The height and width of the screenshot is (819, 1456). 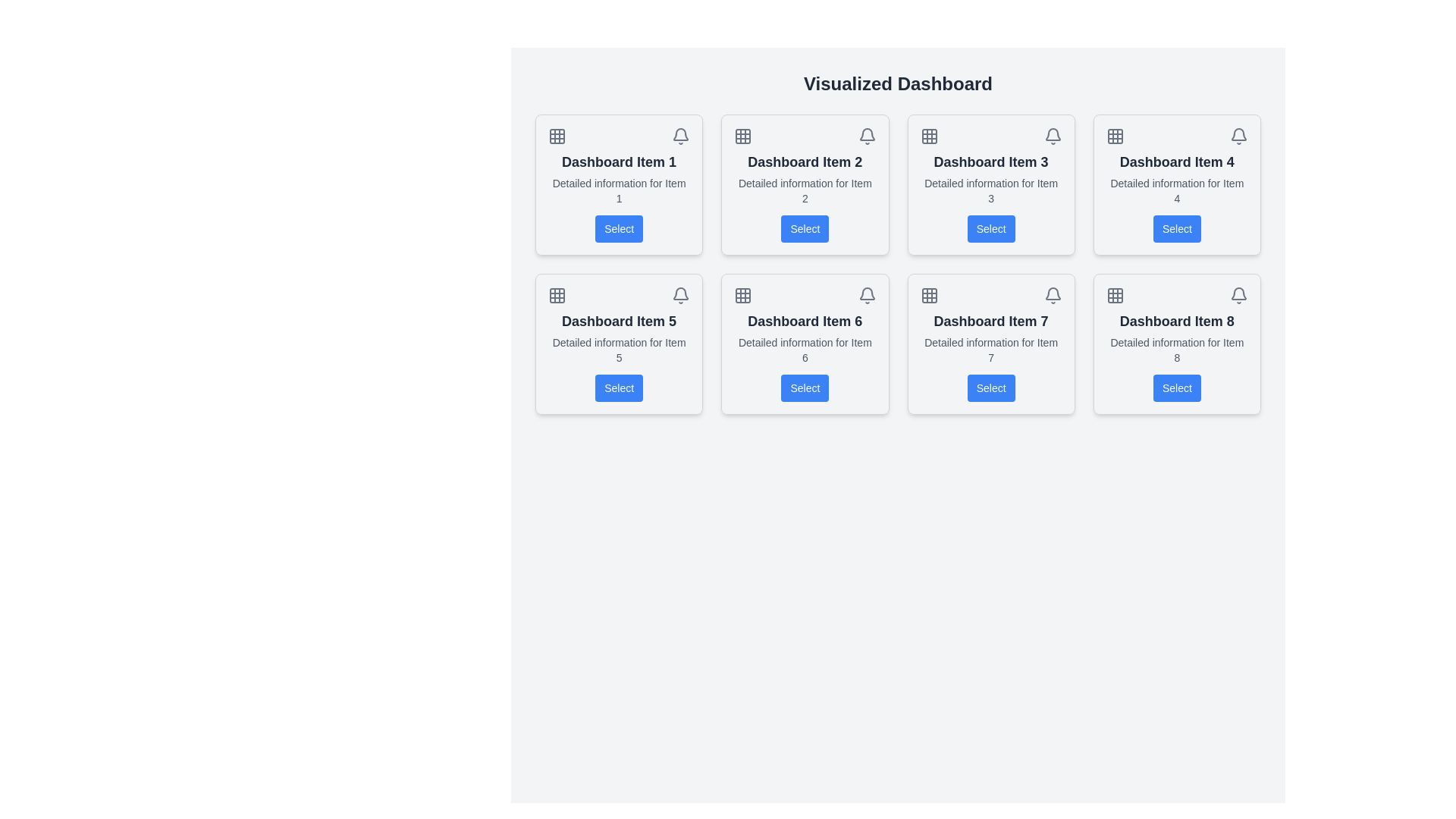 What do you see at coordinates (619, 190) in the screenshot?
I see `the text label displaying 'Detailed information for Item 1', which is positioned below the title 'Dashboard Item 1' and above the blue button labeled 'Select'` at bounding box center [619, 190].